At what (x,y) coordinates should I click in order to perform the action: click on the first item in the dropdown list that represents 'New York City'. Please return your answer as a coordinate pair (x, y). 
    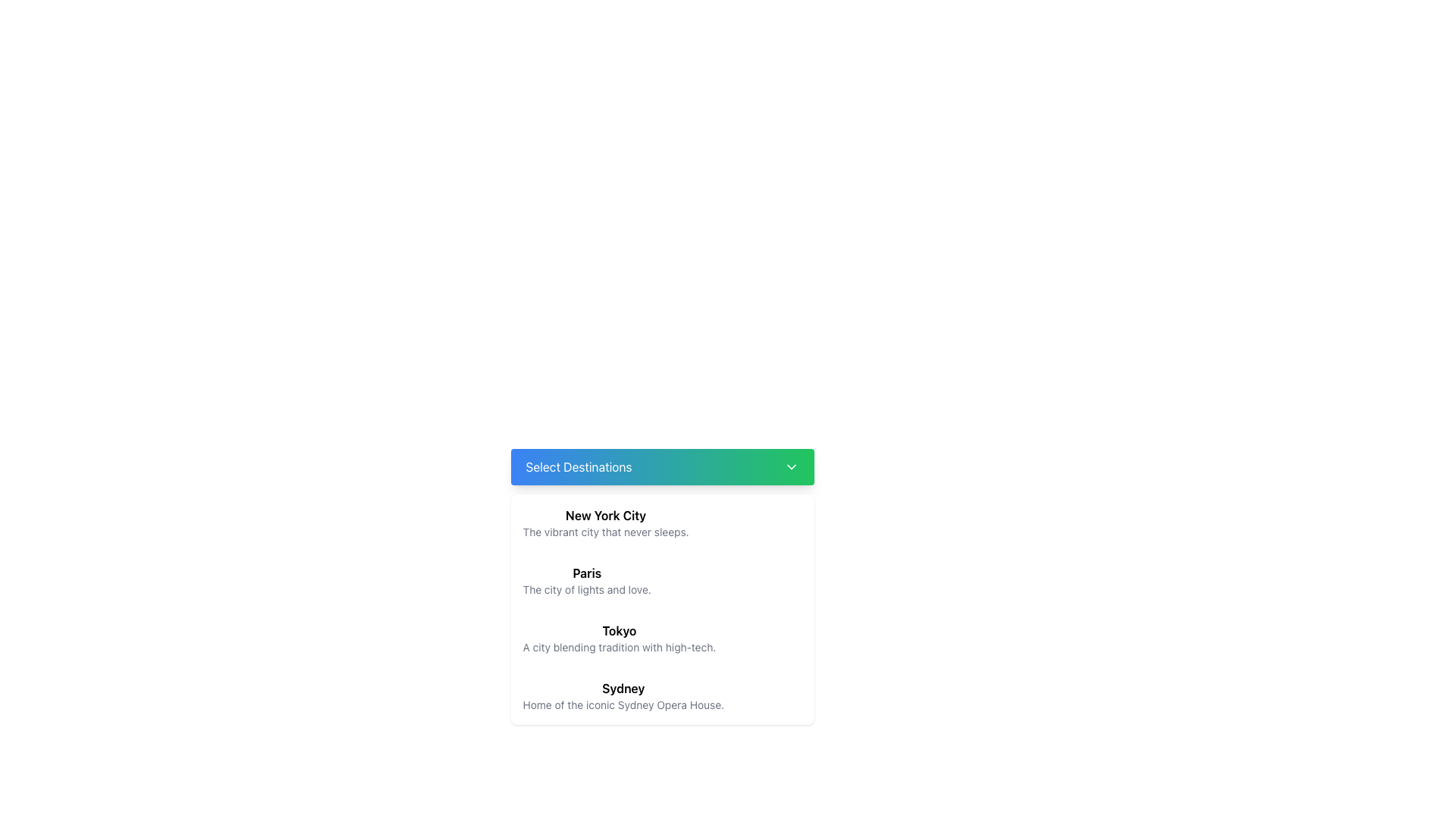
    Looking at the image, I should click on (662, 522).